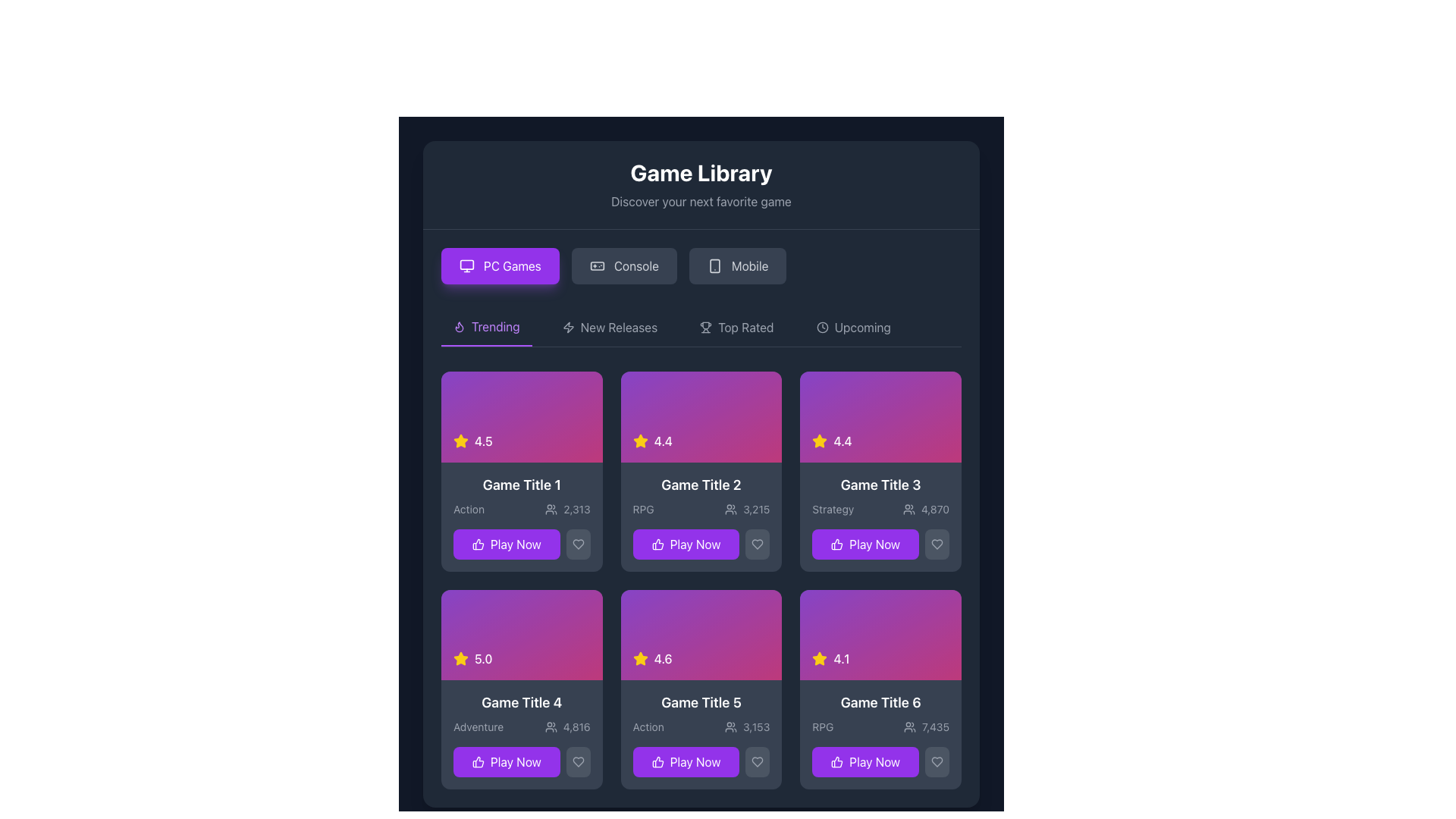 The image size is (1456, 819). Describe the element at coordinates (926, 726) in the screenshot. I see `the grid cell component containing the text '7,435' and the adjacent user group icon, located in the bottom-right cell labeled 'Game Title 6'` at that location.